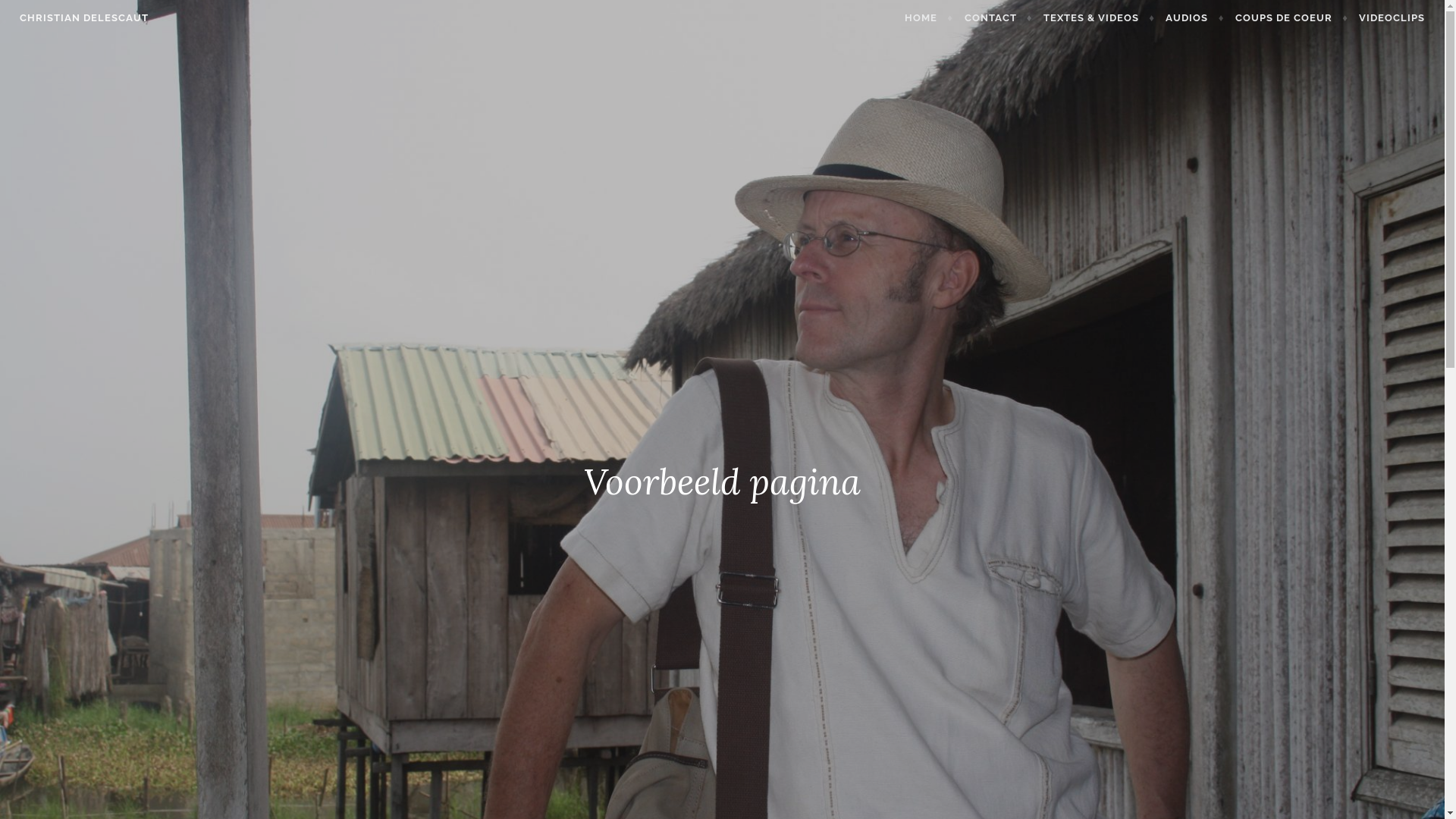 The image size is (1456, 819). Describe the element at coordinates (83, 17) in the screenshot. I see `'CHRISTIAN DELESCAUT'` at that location.